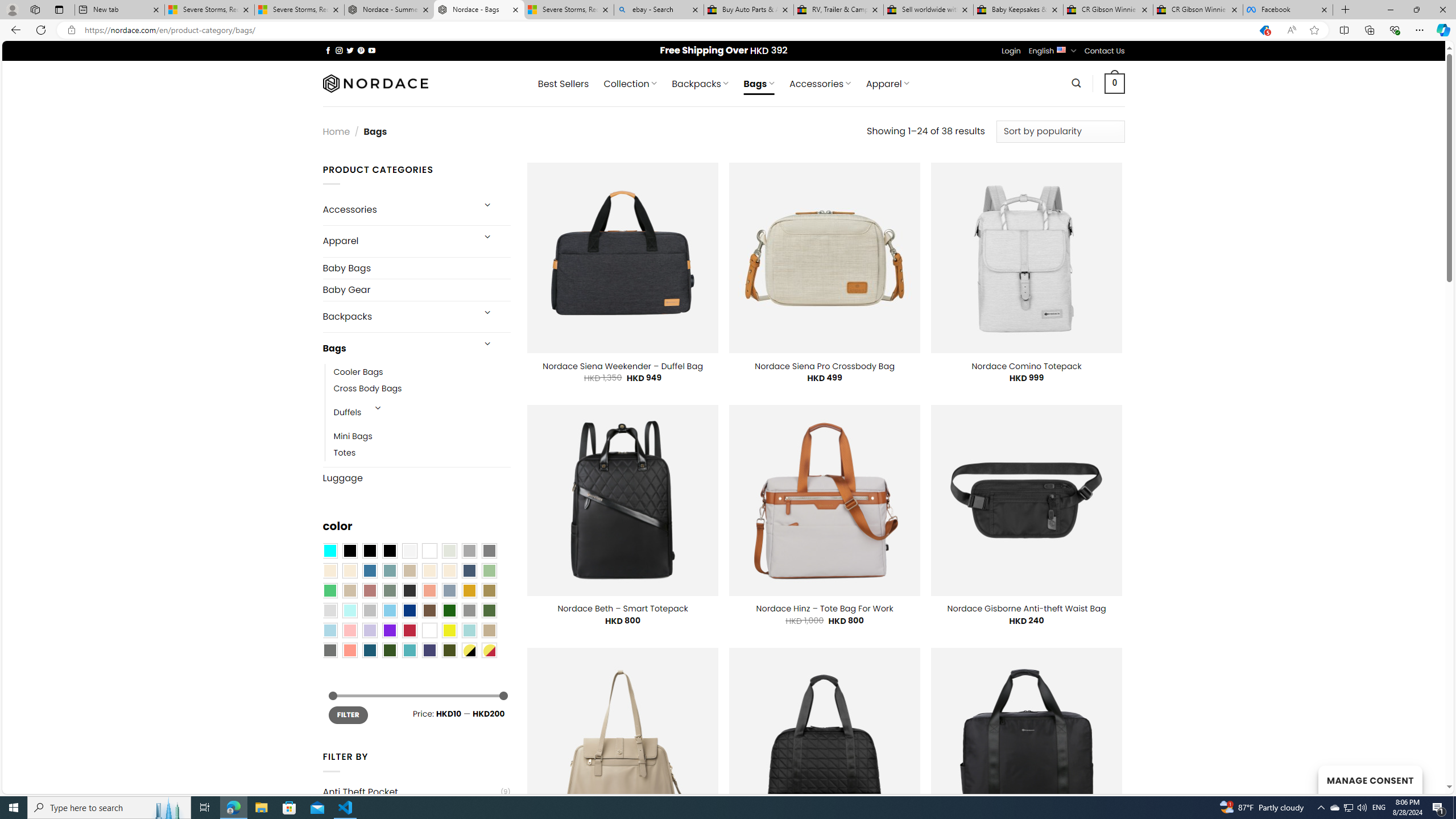  What do you see at coordinates (468, 630) in the screenshot?
I see `'Aqua'` at bounding box center [468, 630].